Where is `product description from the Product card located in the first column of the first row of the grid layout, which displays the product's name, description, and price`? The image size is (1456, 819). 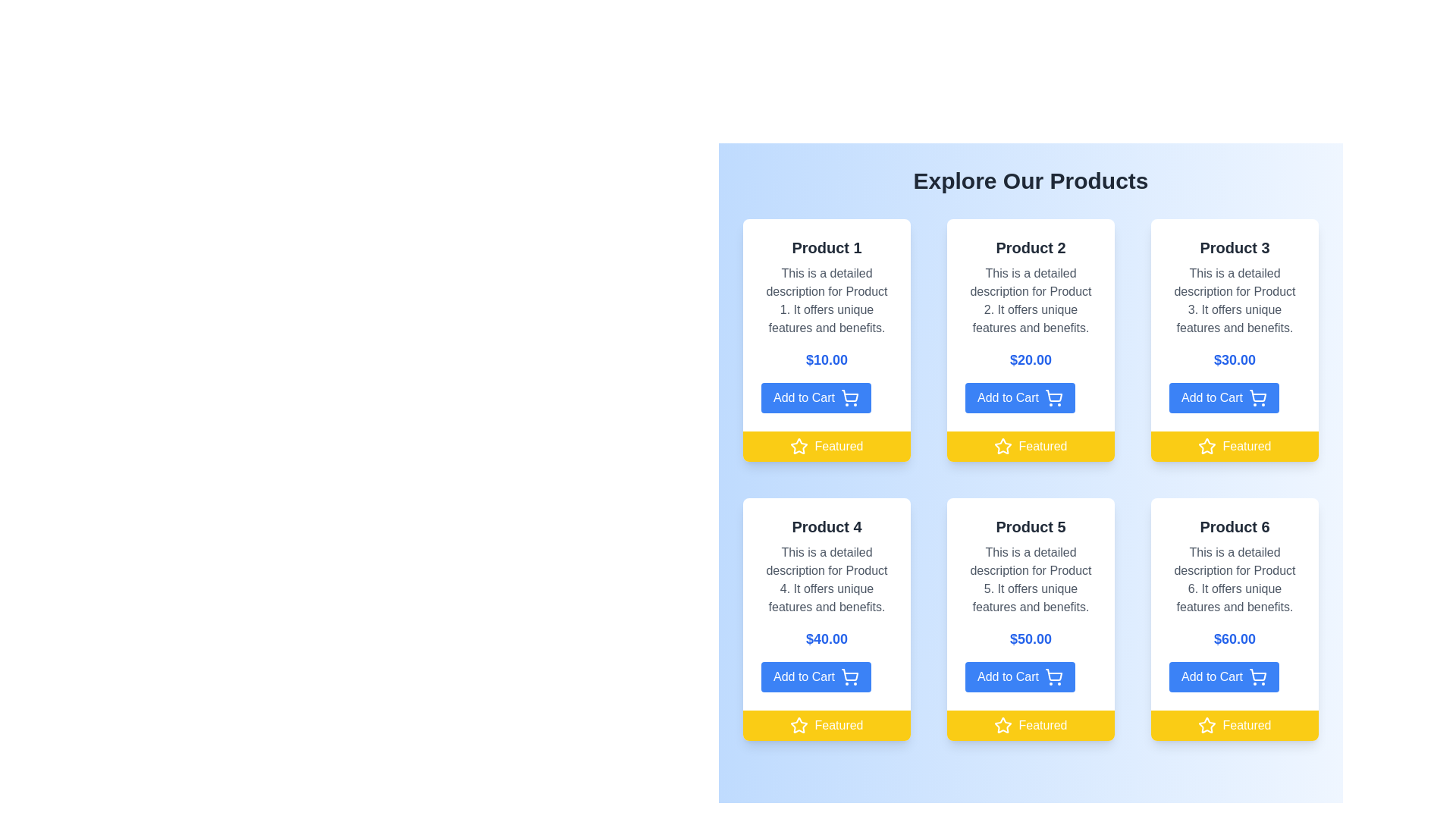
product description from the Product card located in the first column of the first row of the grid layout, which displays the product's name, description, and price is located at coordinates (826, 324).